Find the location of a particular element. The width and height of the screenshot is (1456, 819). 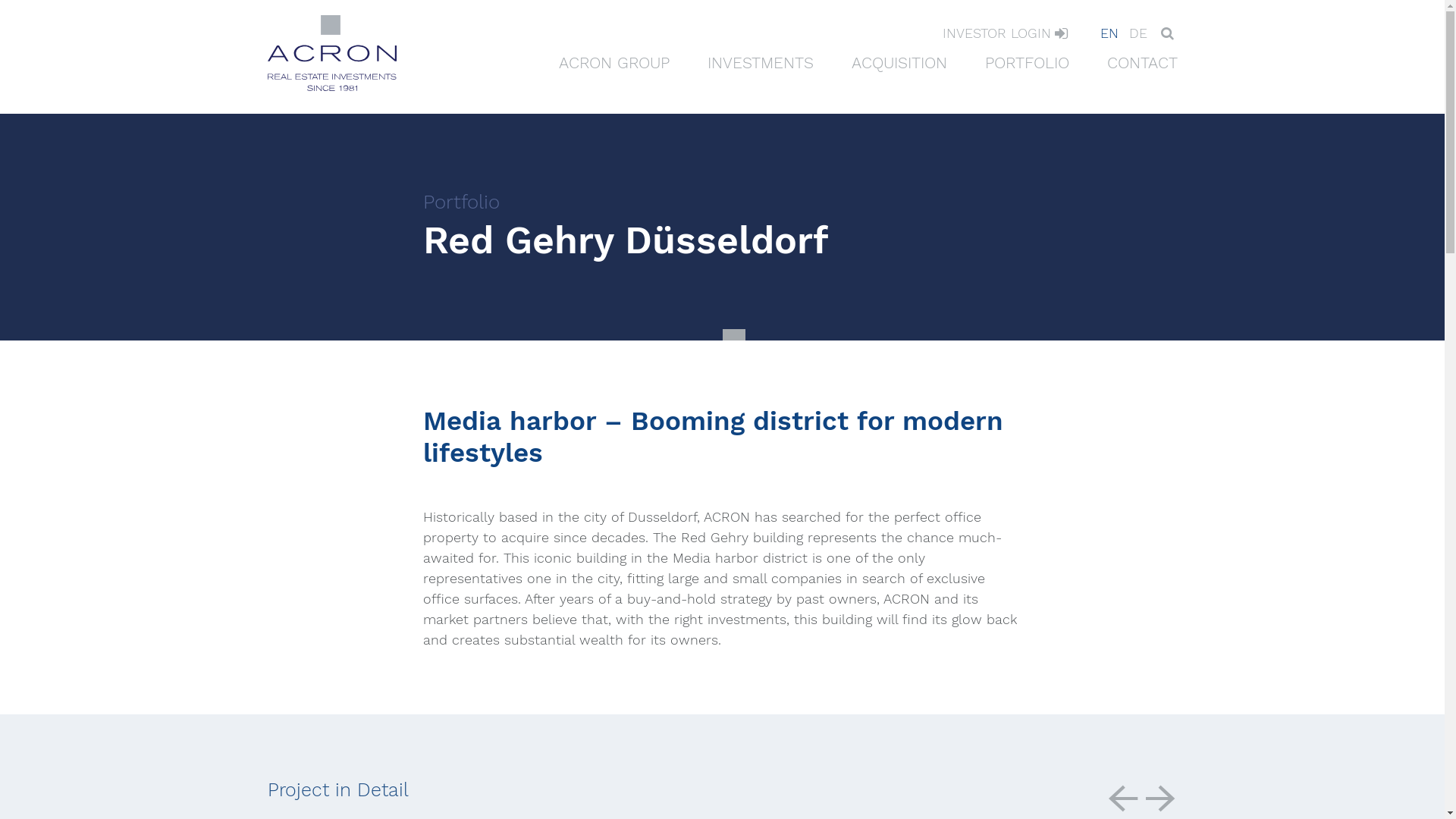

'ACQUISITION' is located at coordinates (899, 61).